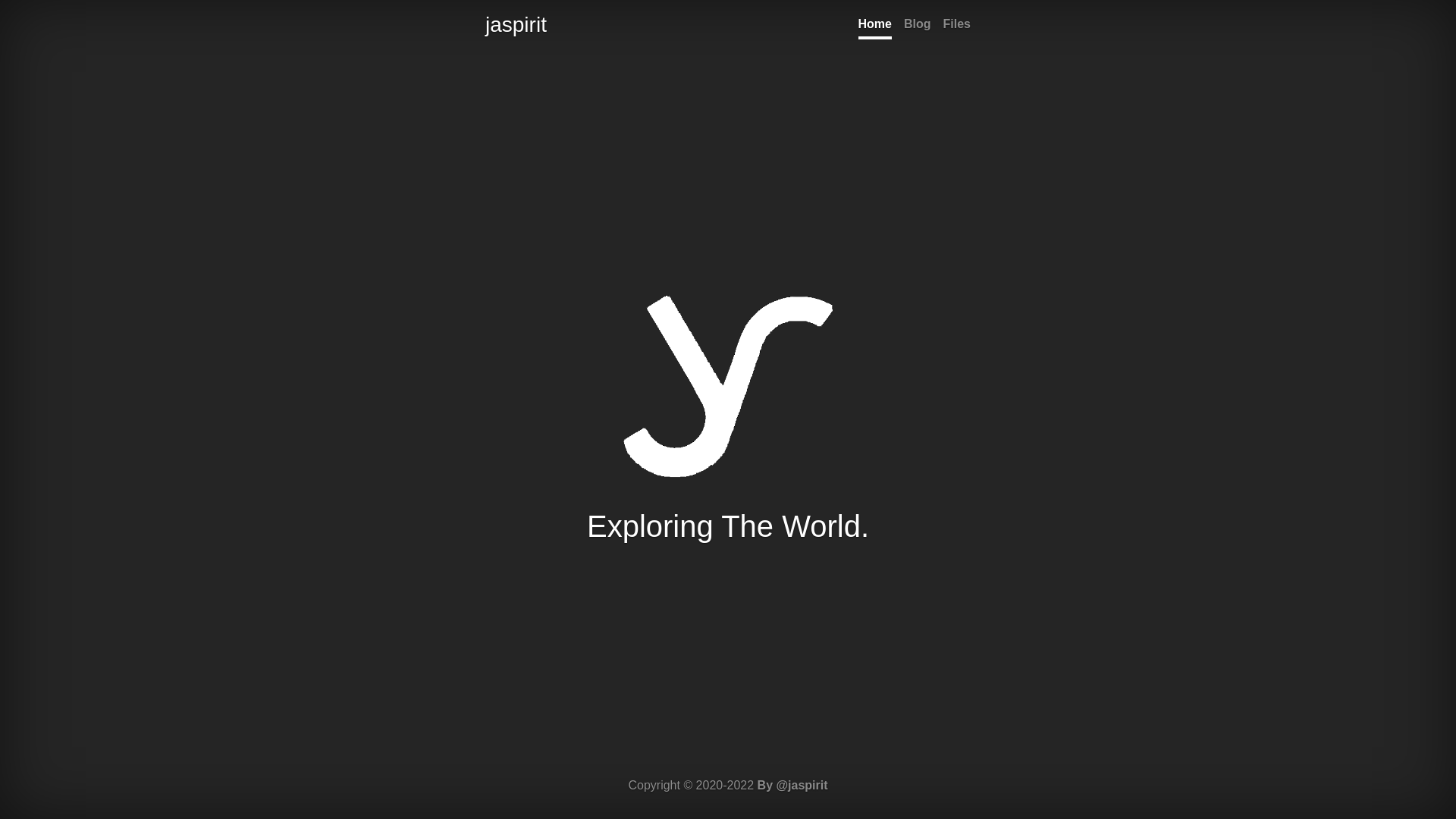 Image resolution: width=1456 pixels, height=819 pixels. Describe the element at coordinates (956, 26) in the screenshot. I see `'Files'` at that location.